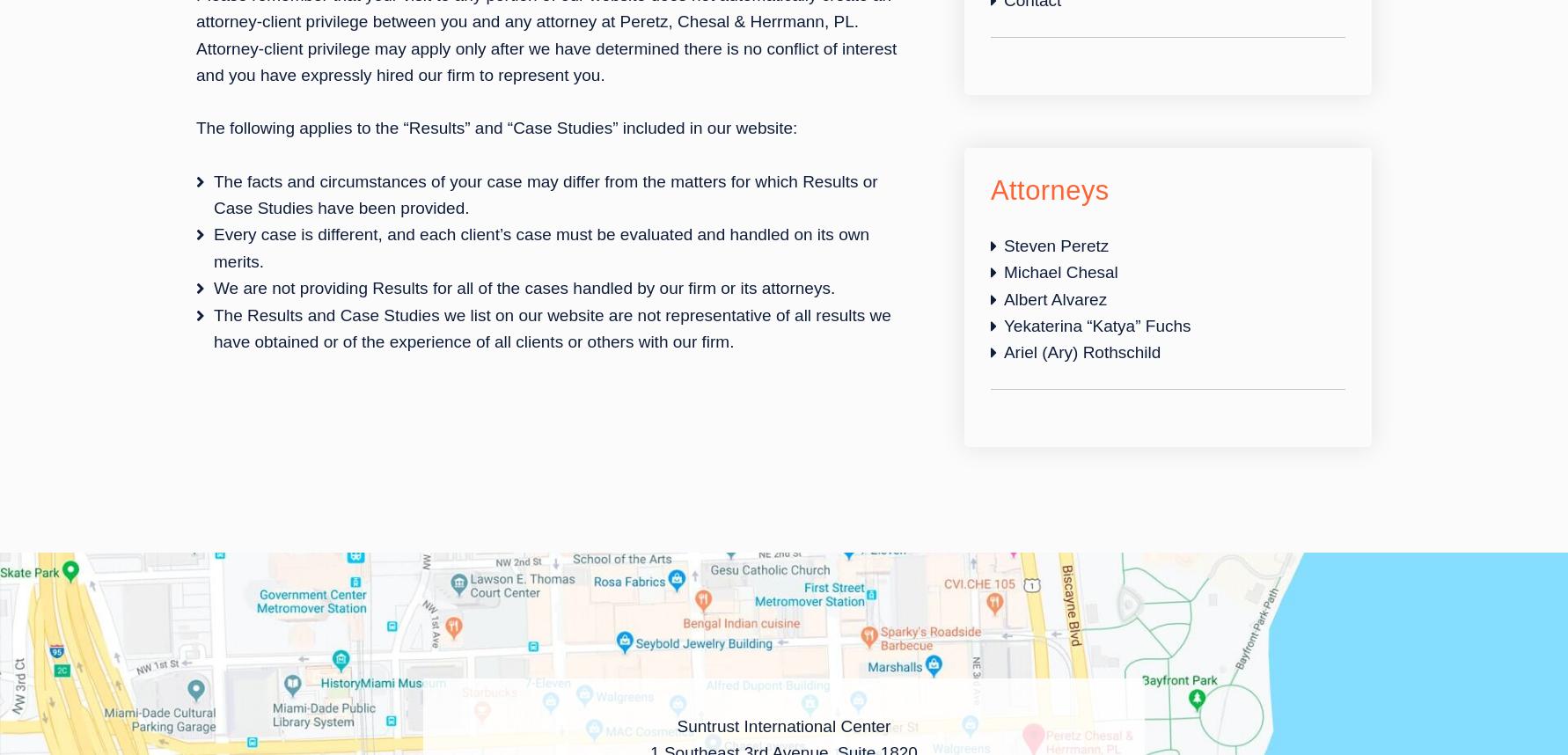 The height and width of the screenshot is (755, 1568). I want to click on 'Attorneys', so click(989, 188).